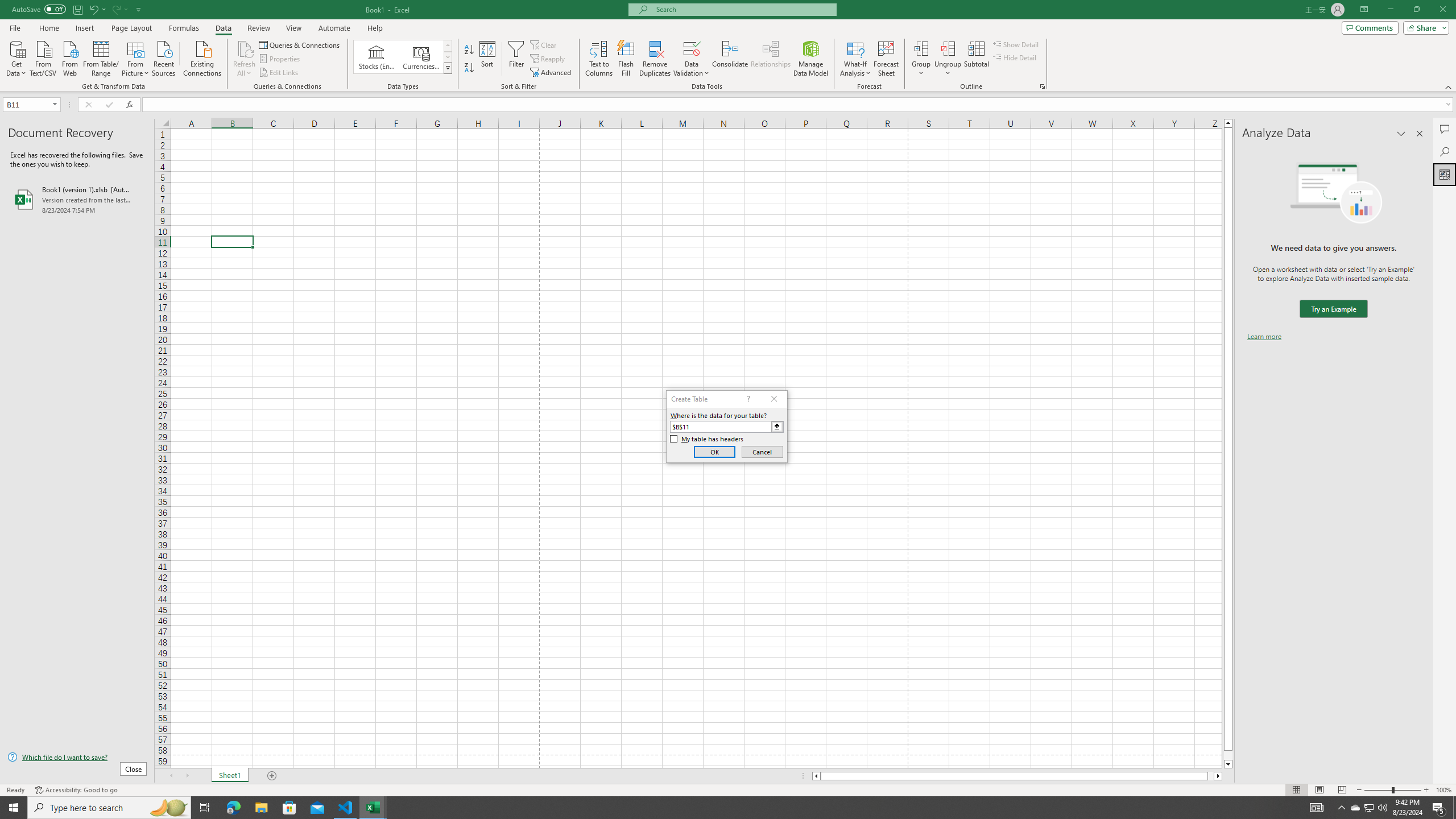  I want to click on 'Formulas', so click(185, 28).